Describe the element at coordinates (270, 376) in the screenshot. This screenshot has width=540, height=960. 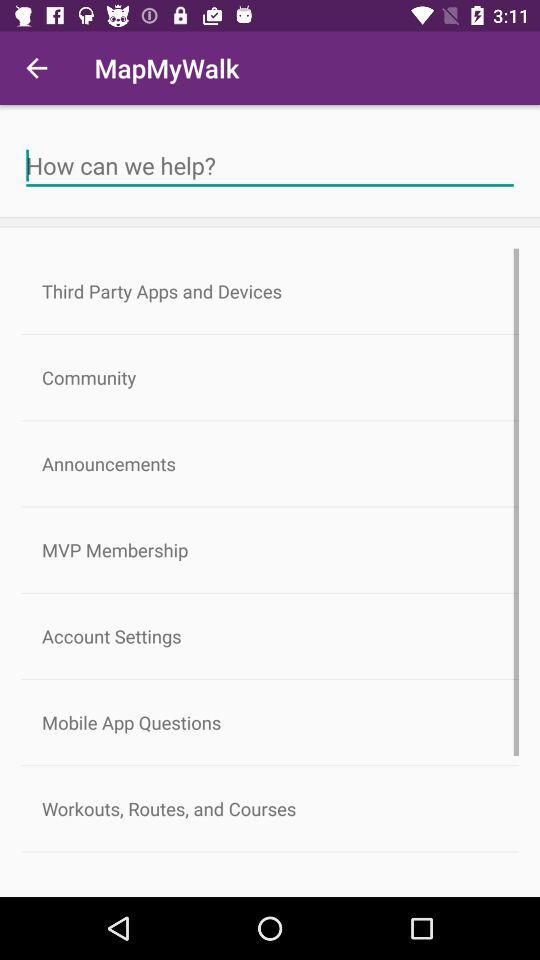
I see `item below the third party apps item` at that location.